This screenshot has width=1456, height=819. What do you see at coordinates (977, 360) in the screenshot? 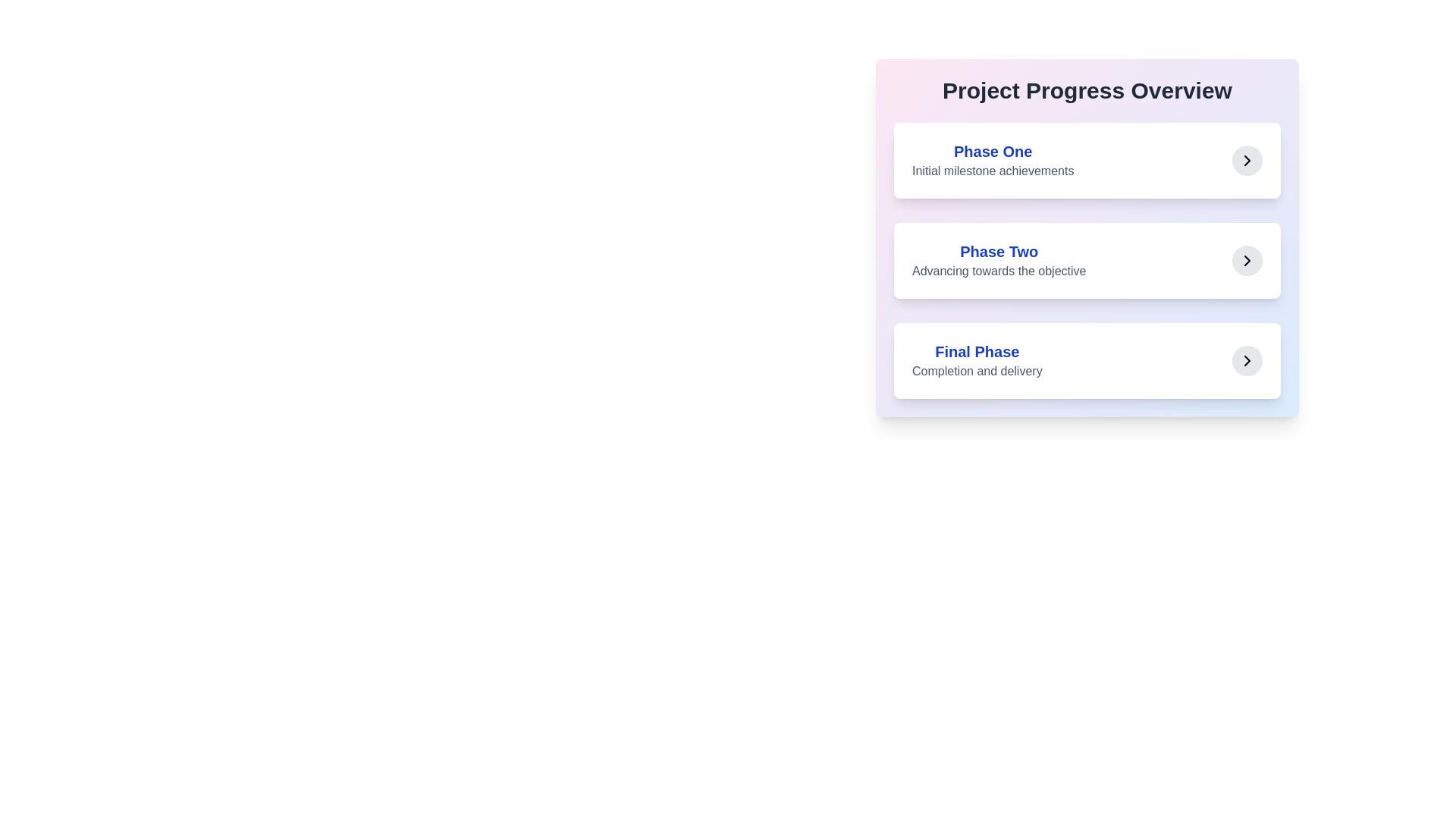
I see `text label indicating the 'Final Phase' in the project timeline located at the bottom of the 'Project Progress Overview' list` at bounding box center [977, 360].